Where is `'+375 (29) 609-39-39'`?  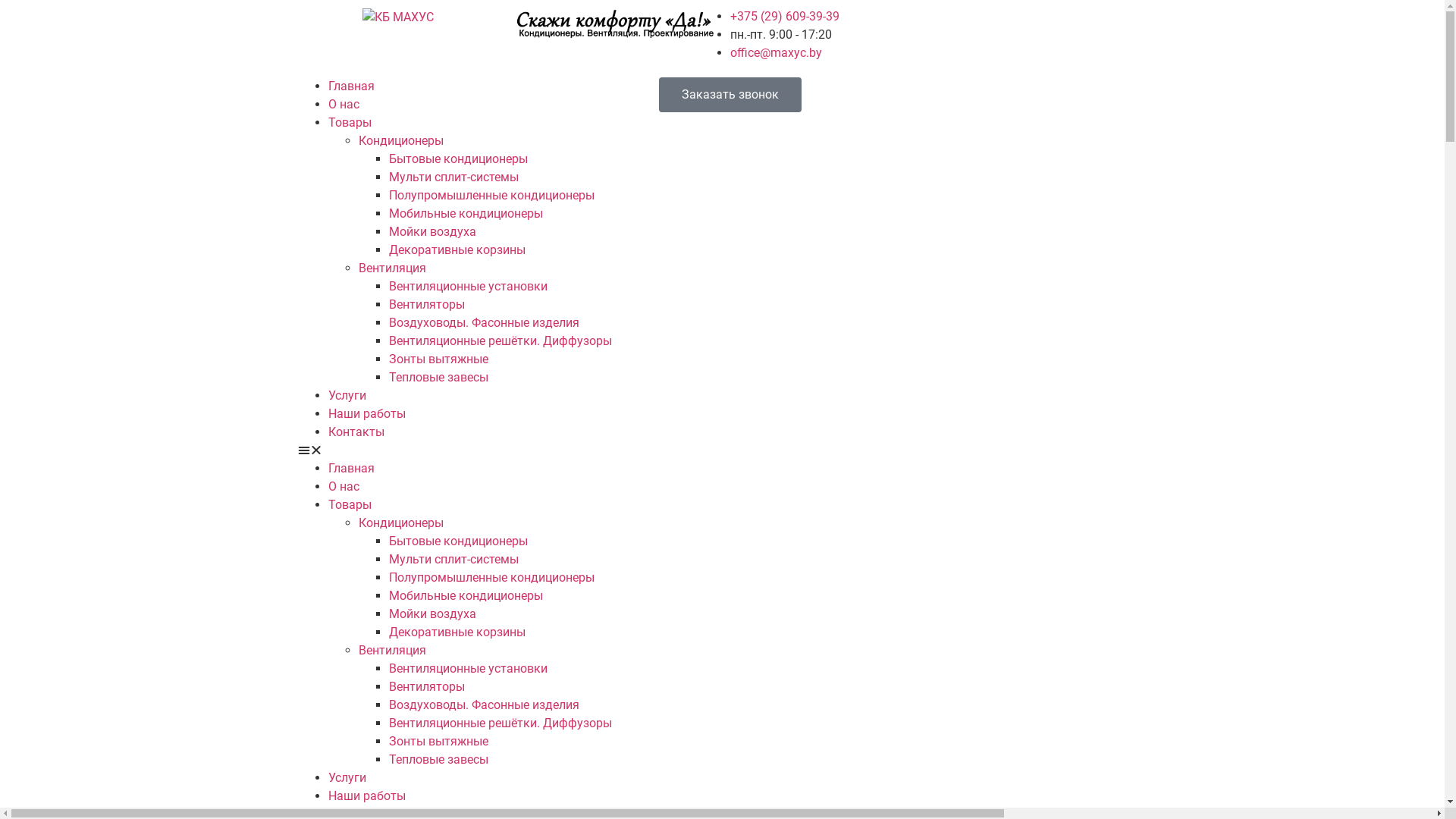 '+375 (29) 609-39-39' is located at coordinates (783, 16).